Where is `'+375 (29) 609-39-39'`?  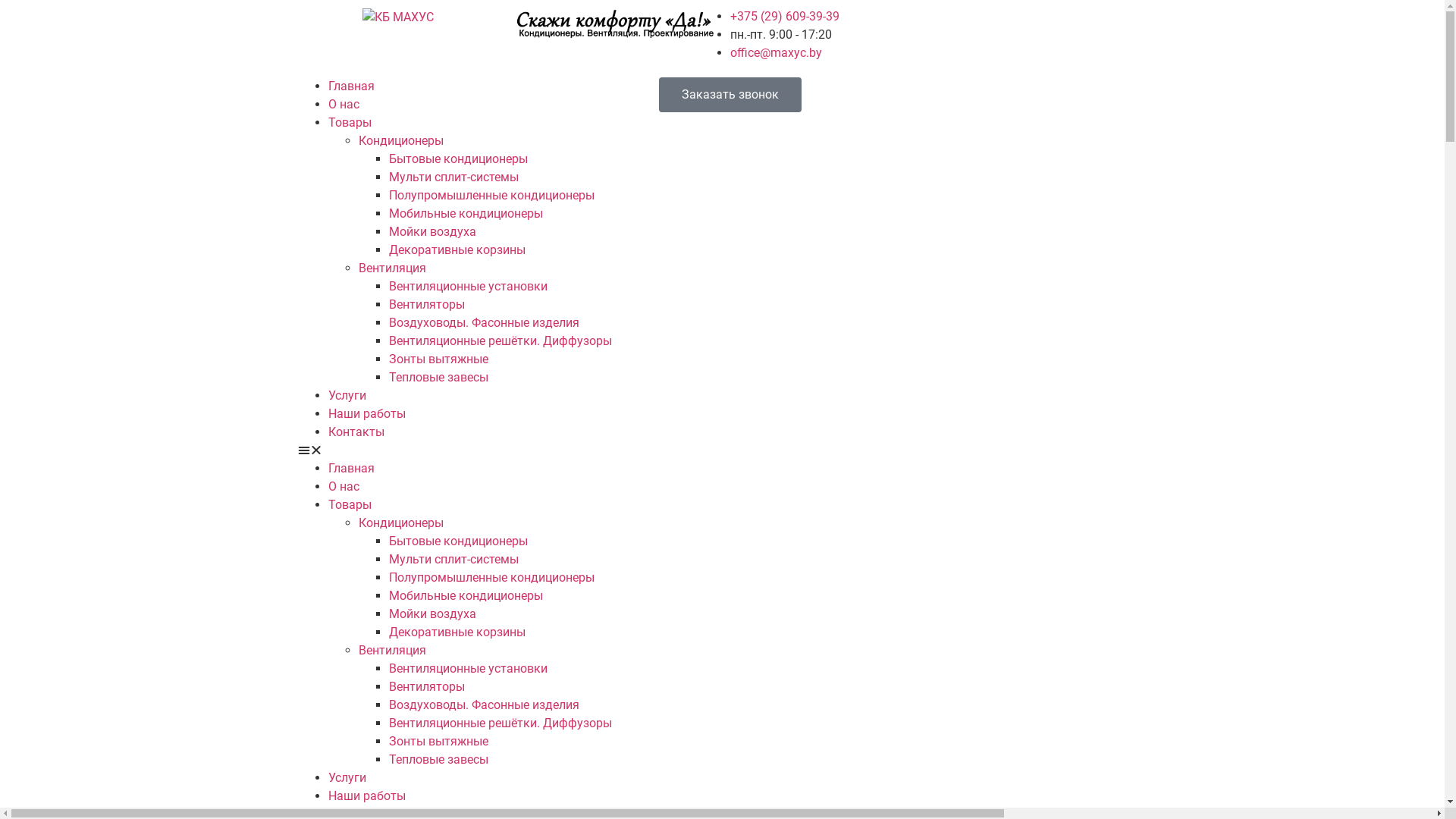 '+375 (29) 609-39-39' is located at coordinates (783, 16).